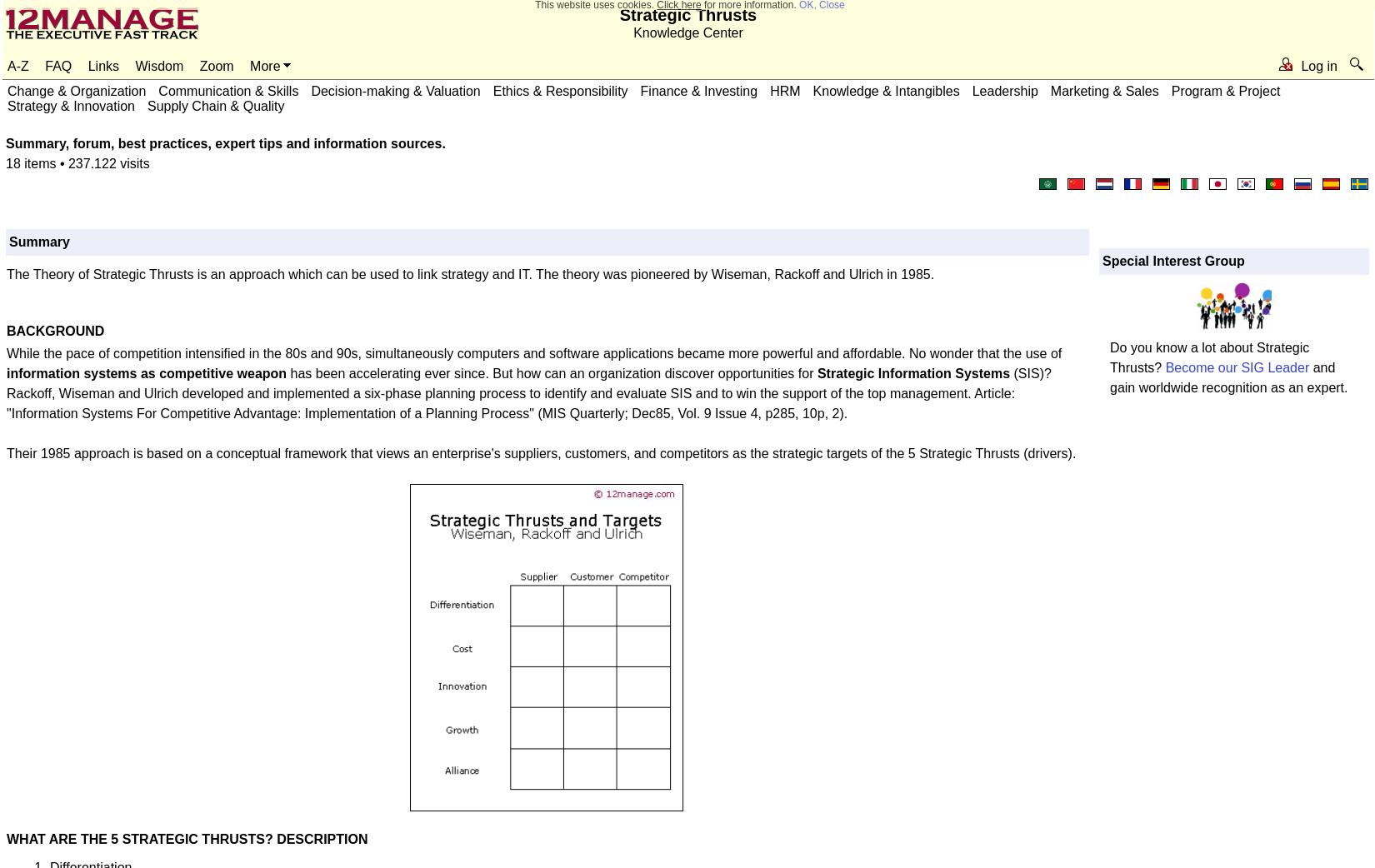 The image size is (1375, 868). What do you see at coordinates (1227, 377) in the screenshot?
I see `'and gain worldwide recognition as an expert.'` at bounding box center [1227, 377].